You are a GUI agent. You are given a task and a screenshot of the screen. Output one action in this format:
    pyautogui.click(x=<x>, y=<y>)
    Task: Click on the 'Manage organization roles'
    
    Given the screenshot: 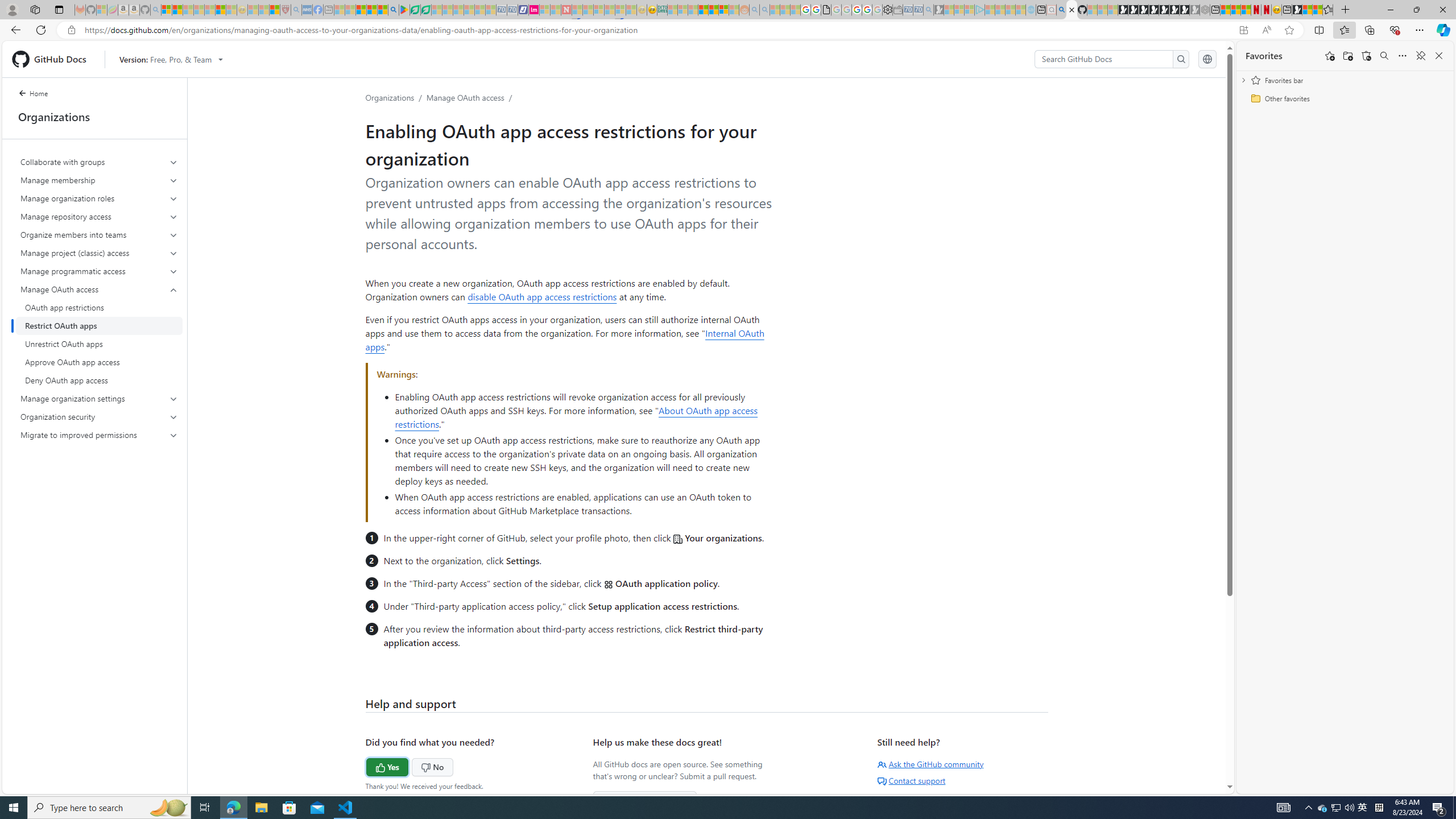 What is the action you would take?
    pyautogui.click(x=100, y=198)
    